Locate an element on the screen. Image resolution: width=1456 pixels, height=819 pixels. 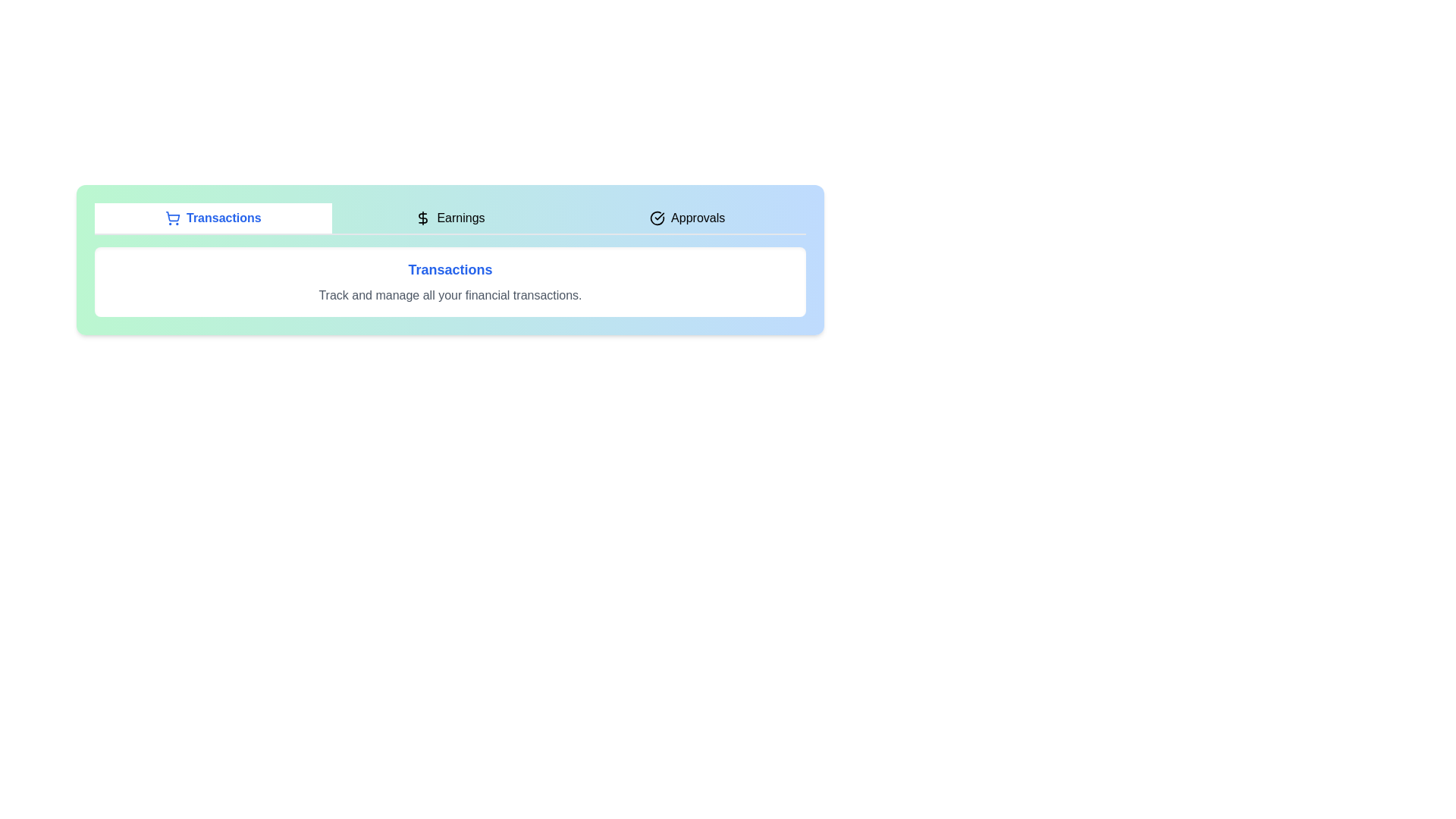
the tab labeled Earnings to observe visual feedback is located at coordinates (450, 218).